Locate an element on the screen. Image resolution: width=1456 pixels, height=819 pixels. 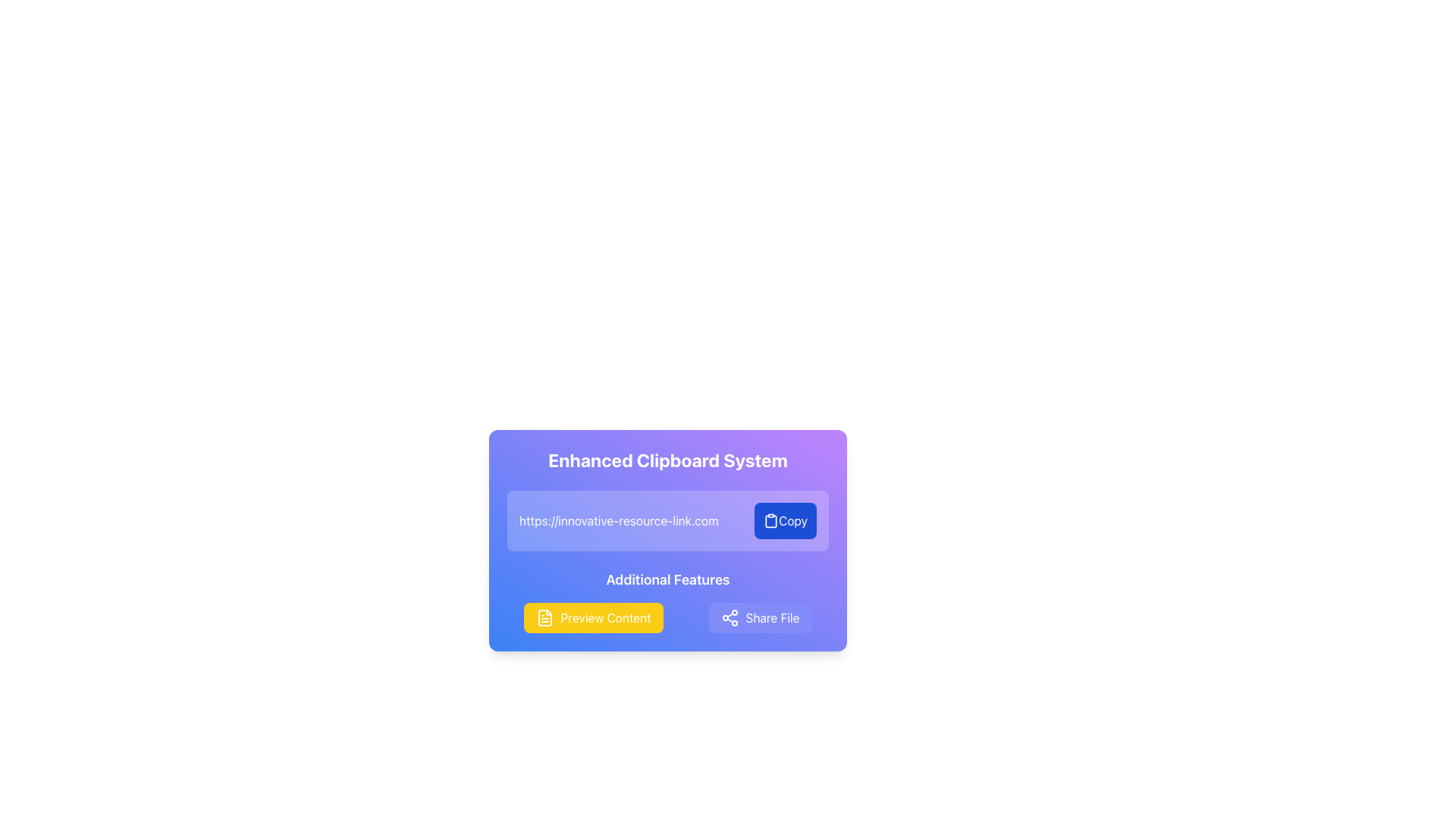
the main body of the clipboard icon located in the top-right region of the modal window, which visually represents the clipboard's copy functionality is located at coordinates (771, 520).